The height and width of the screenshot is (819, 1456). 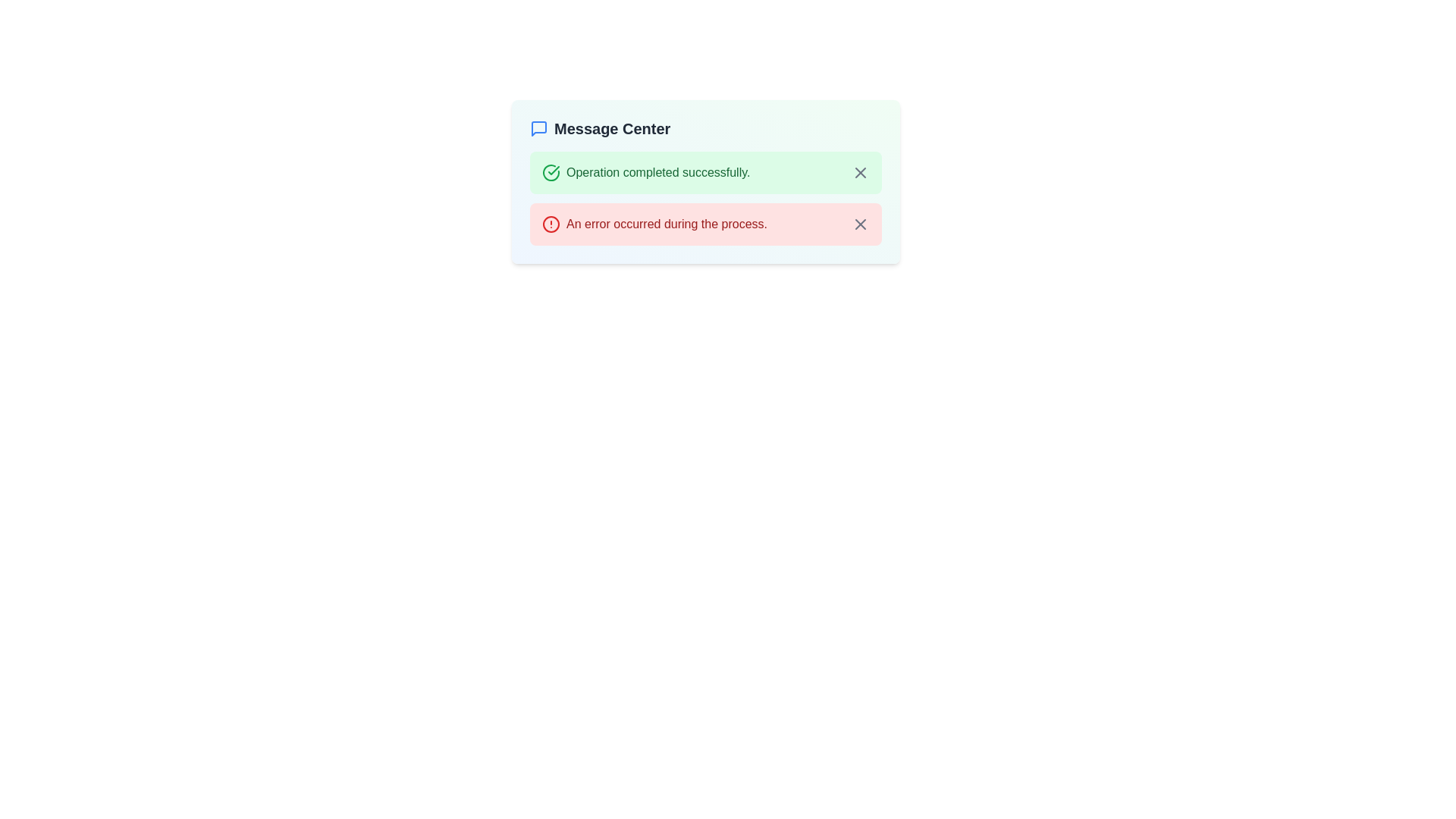 I want to click on the dismiss/close icon button located in the top-right corner of the green notification area that states 'Operation completed successfully', so click(x=860, y=171).